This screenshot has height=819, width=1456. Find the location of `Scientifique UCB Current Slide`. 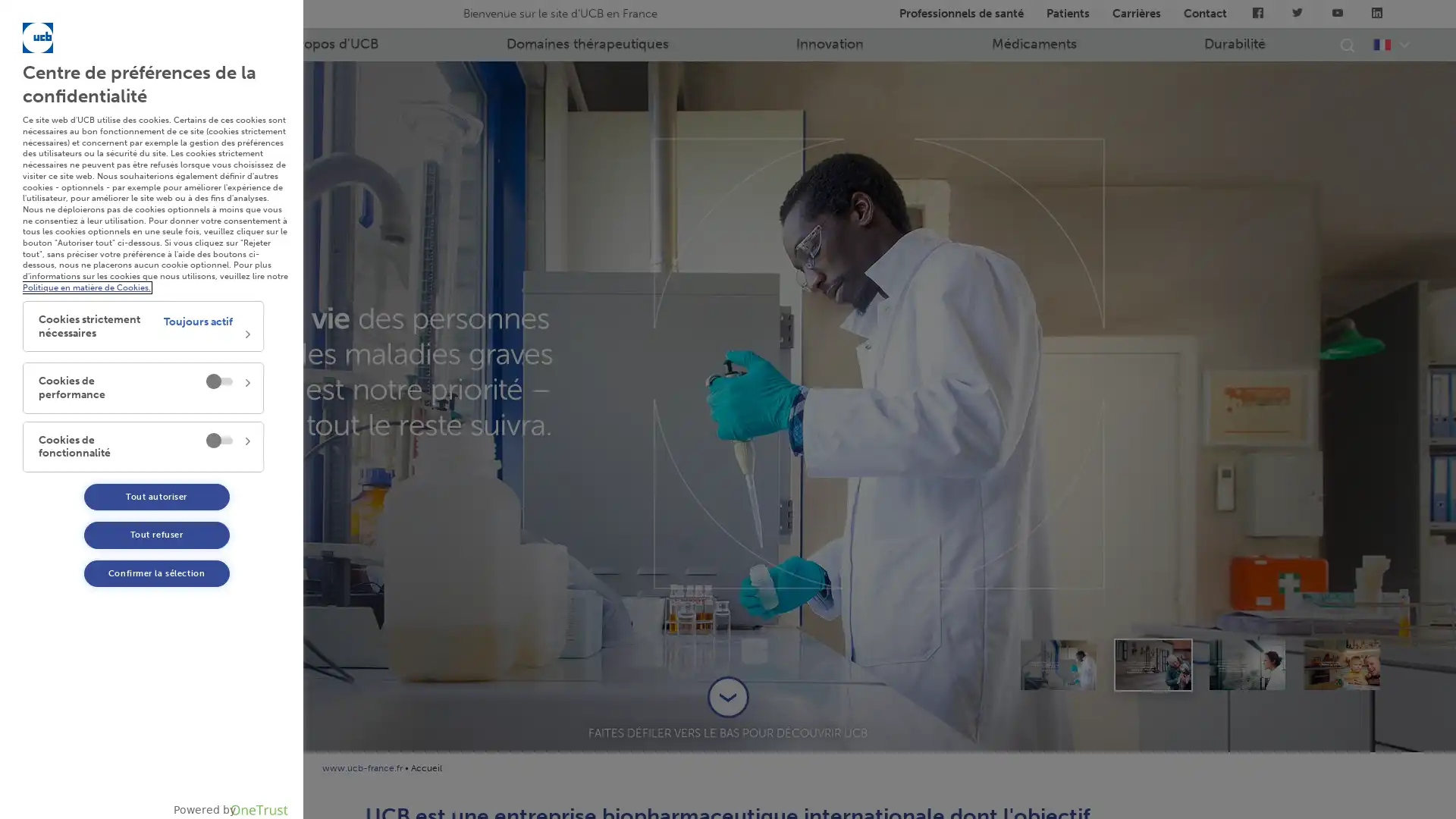

Scientifique UCB Current Slide is located at coordinates (1247, 663).